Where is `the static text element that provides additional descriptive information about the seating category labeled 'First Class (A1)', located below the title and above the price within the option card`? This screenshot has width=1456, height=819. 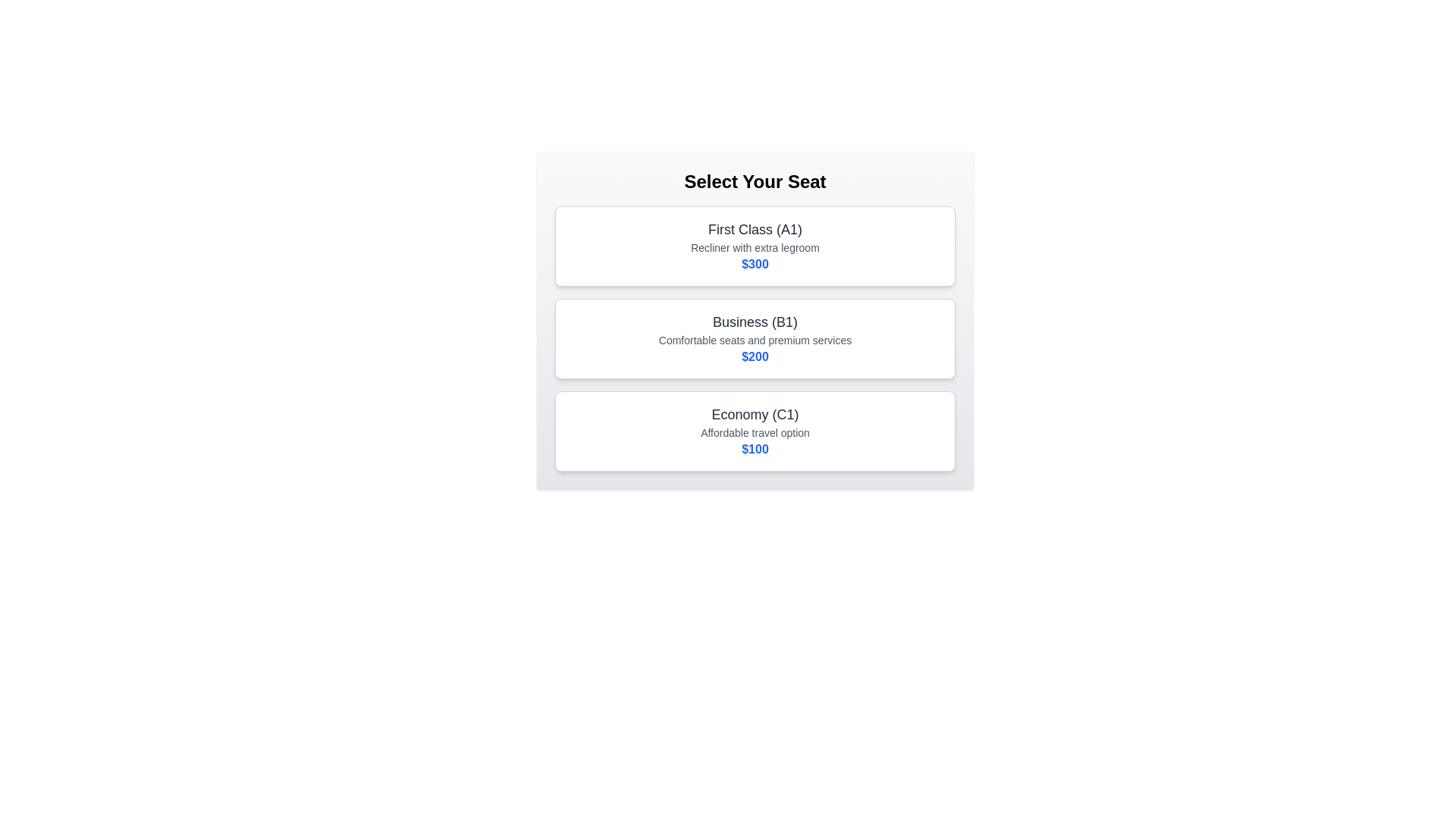
the static text element that provides additional descriptive information about the seating category labeled 'First Class (A1)', located below the title and above the price within the option card is located at coordinates (755, 247).